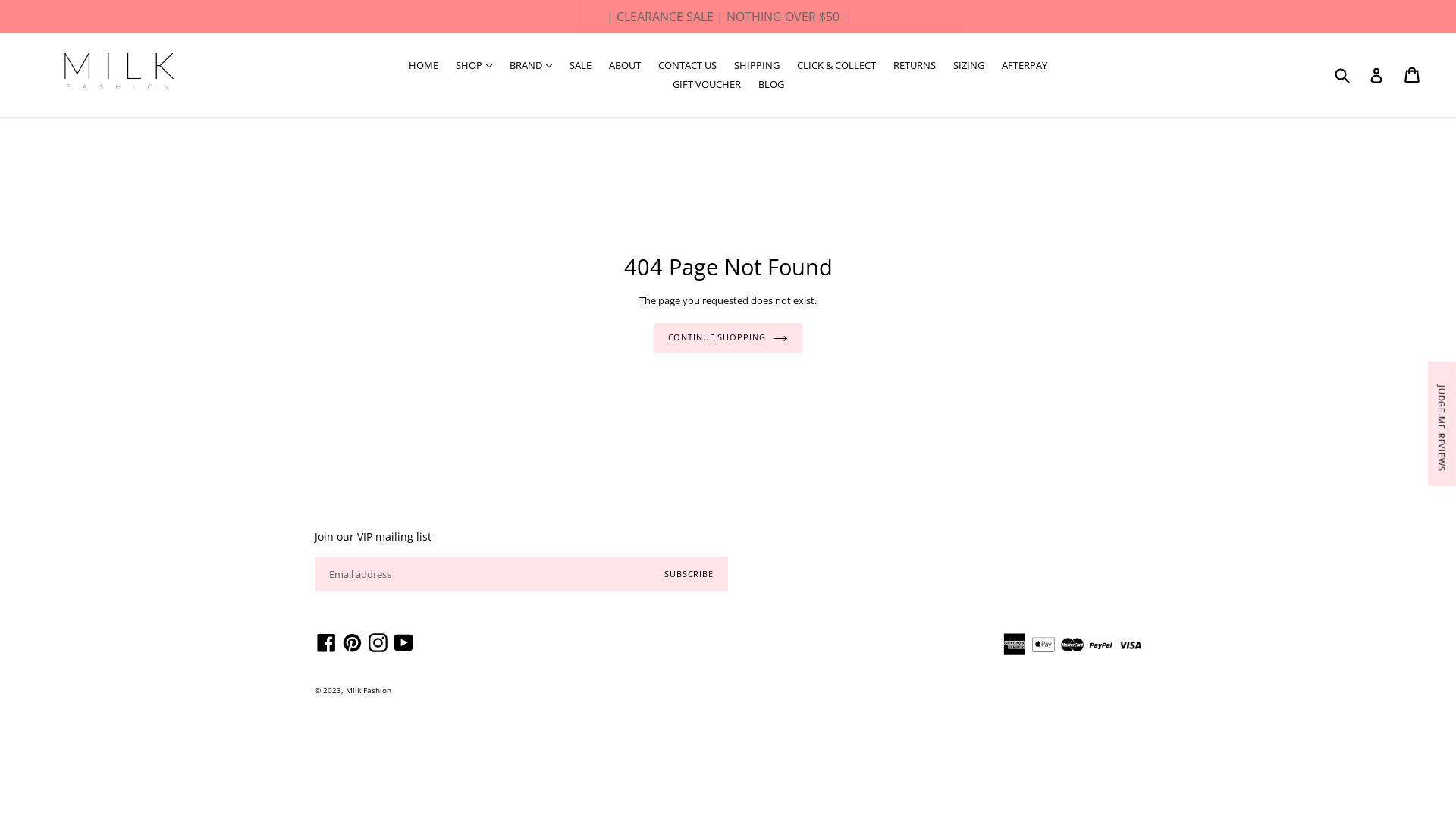 The width and height of the screenshot is (1456, 819). Describe the element at coordinates (351, 642) in the screenshot. I see `'Pinterest'` at that location.